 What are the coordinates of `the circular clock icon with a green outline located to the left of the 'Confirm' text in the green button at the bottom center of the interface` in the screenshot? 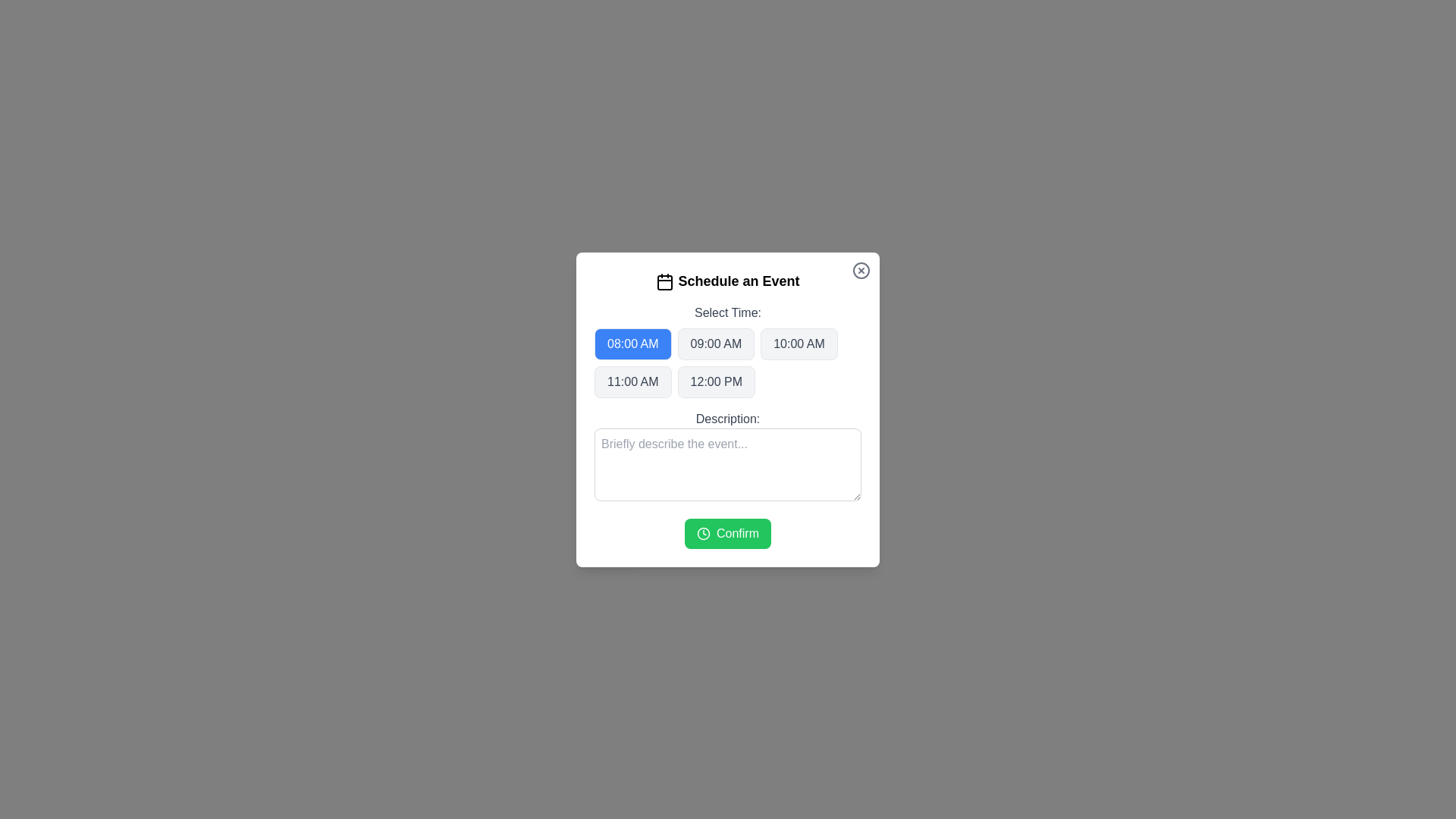 It's located at (702, 532).